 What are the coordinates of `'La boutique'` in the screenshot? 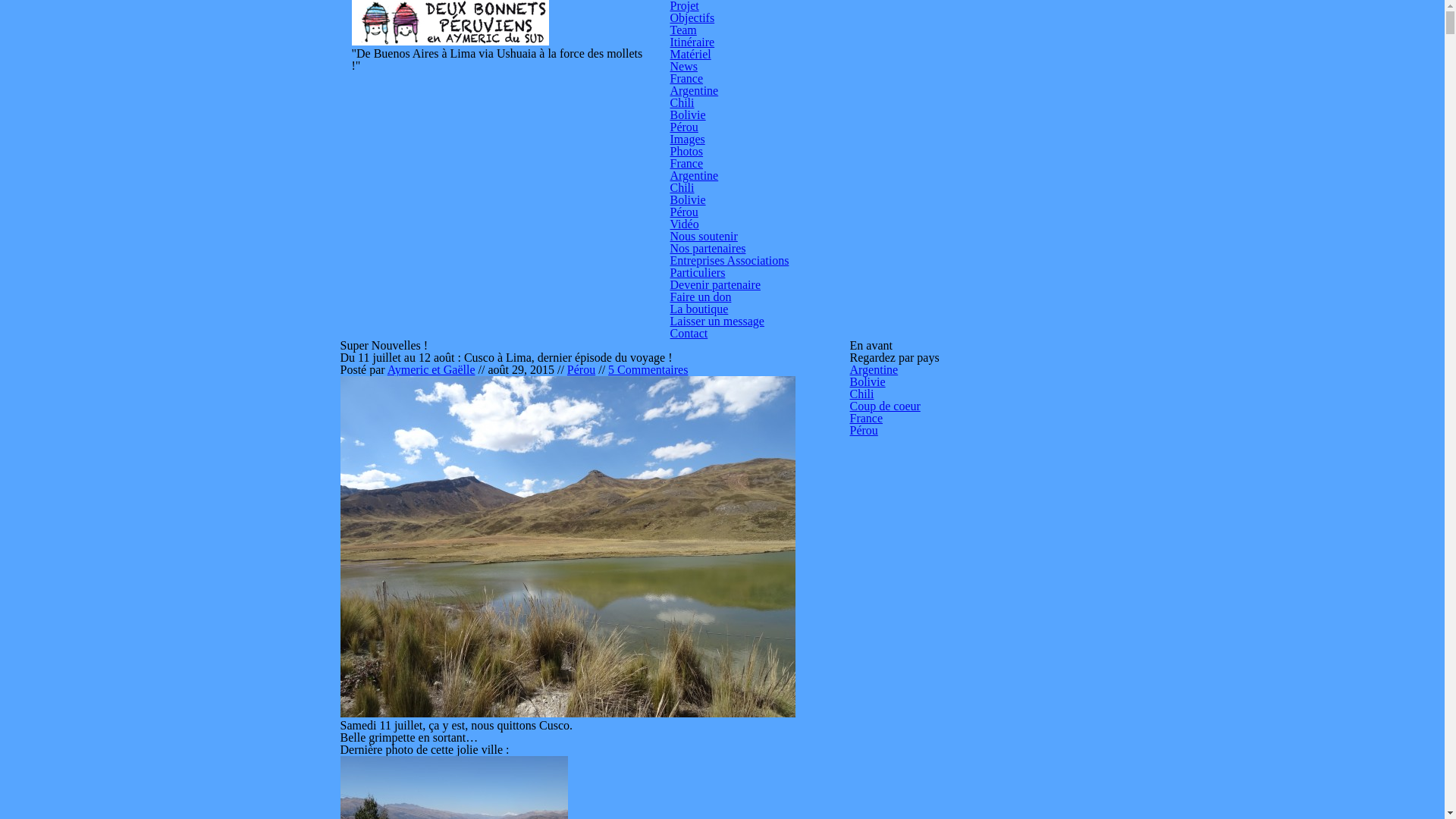 It's located at (669, 308).